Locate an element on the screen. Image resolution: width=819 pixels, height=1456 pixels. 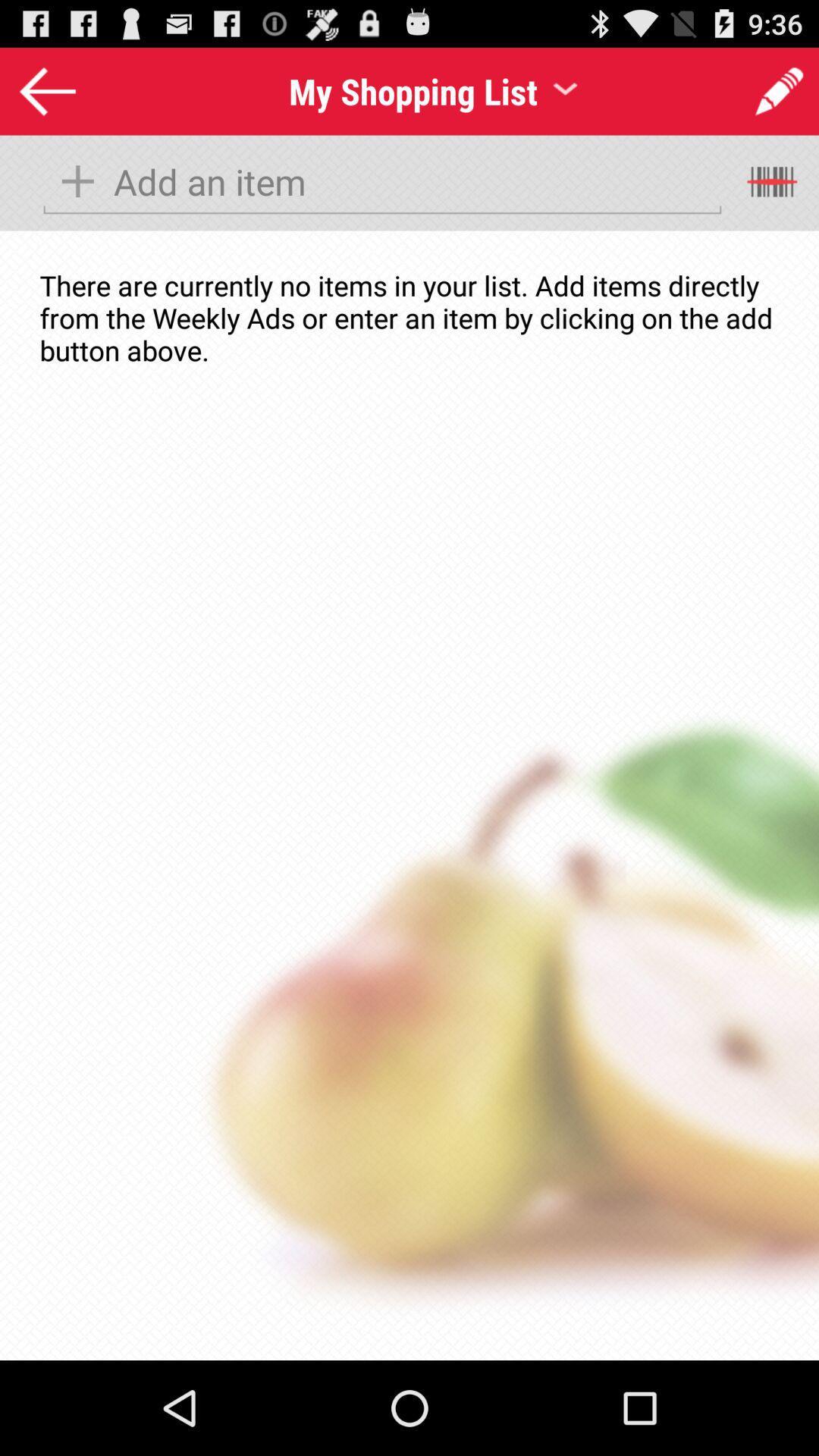
the edit icon is located at coordinates (779, 97).